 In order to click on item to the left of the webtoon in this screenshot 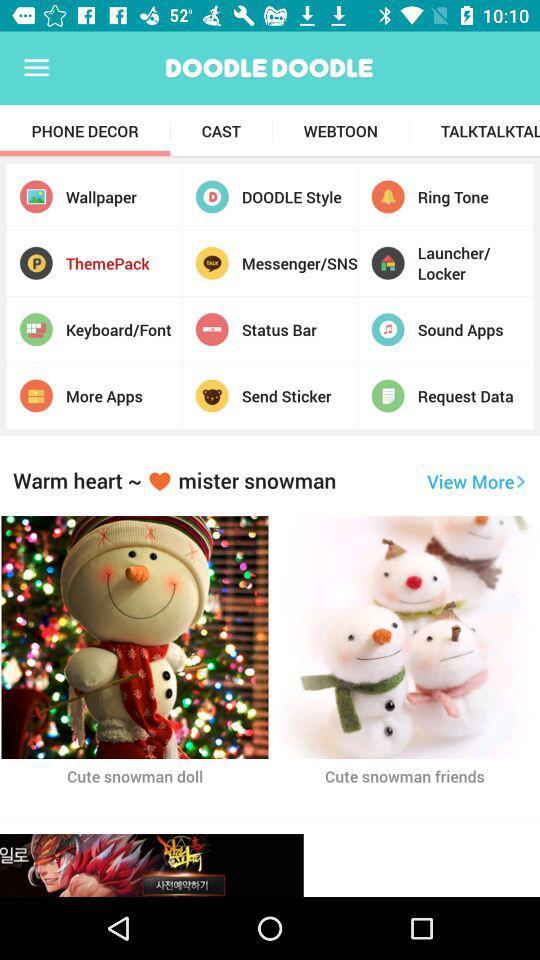, I will do `click(220, 130)`.